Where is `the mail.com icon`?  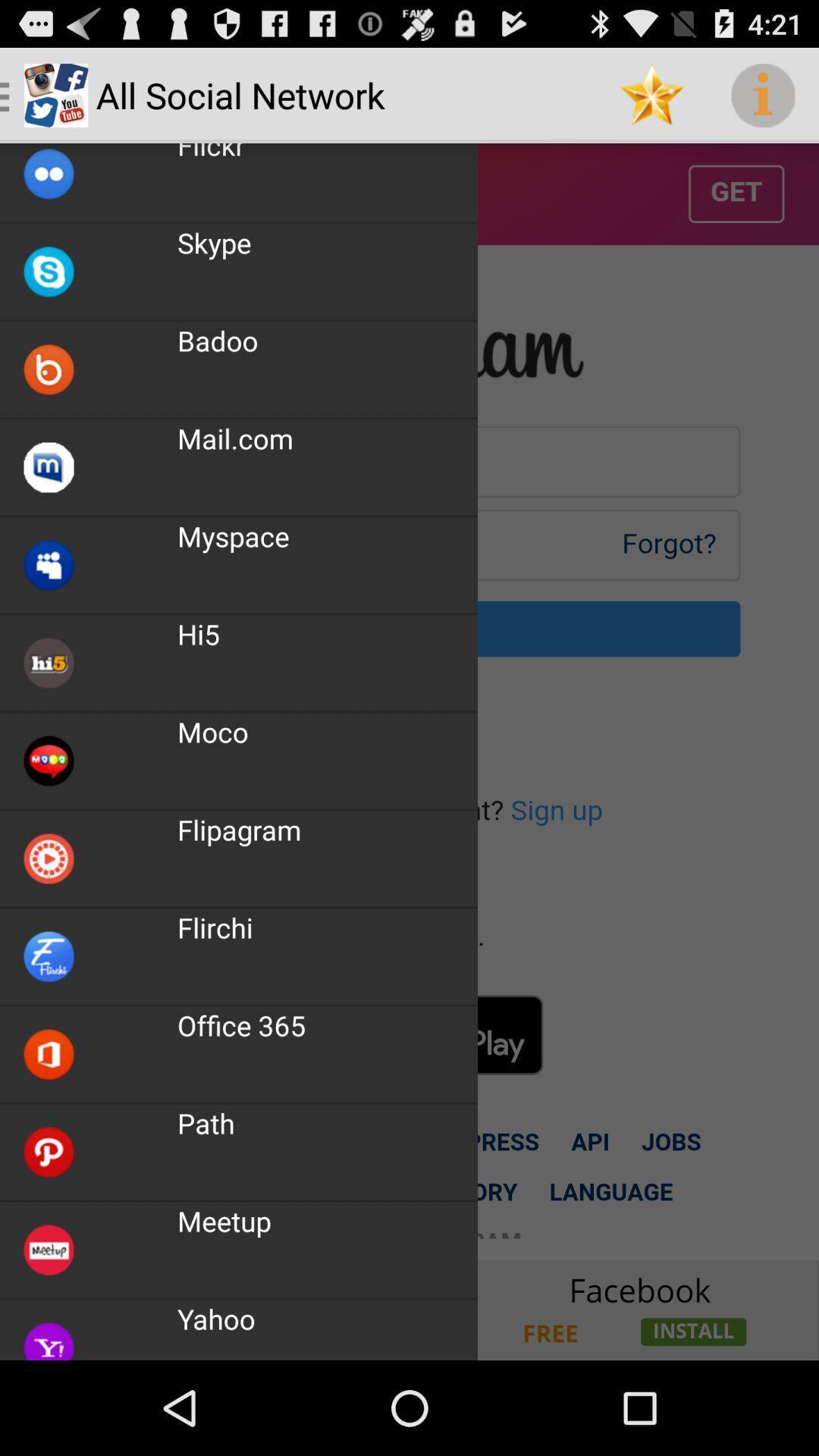 the mail.com icon is located at coordinates (235, 438).